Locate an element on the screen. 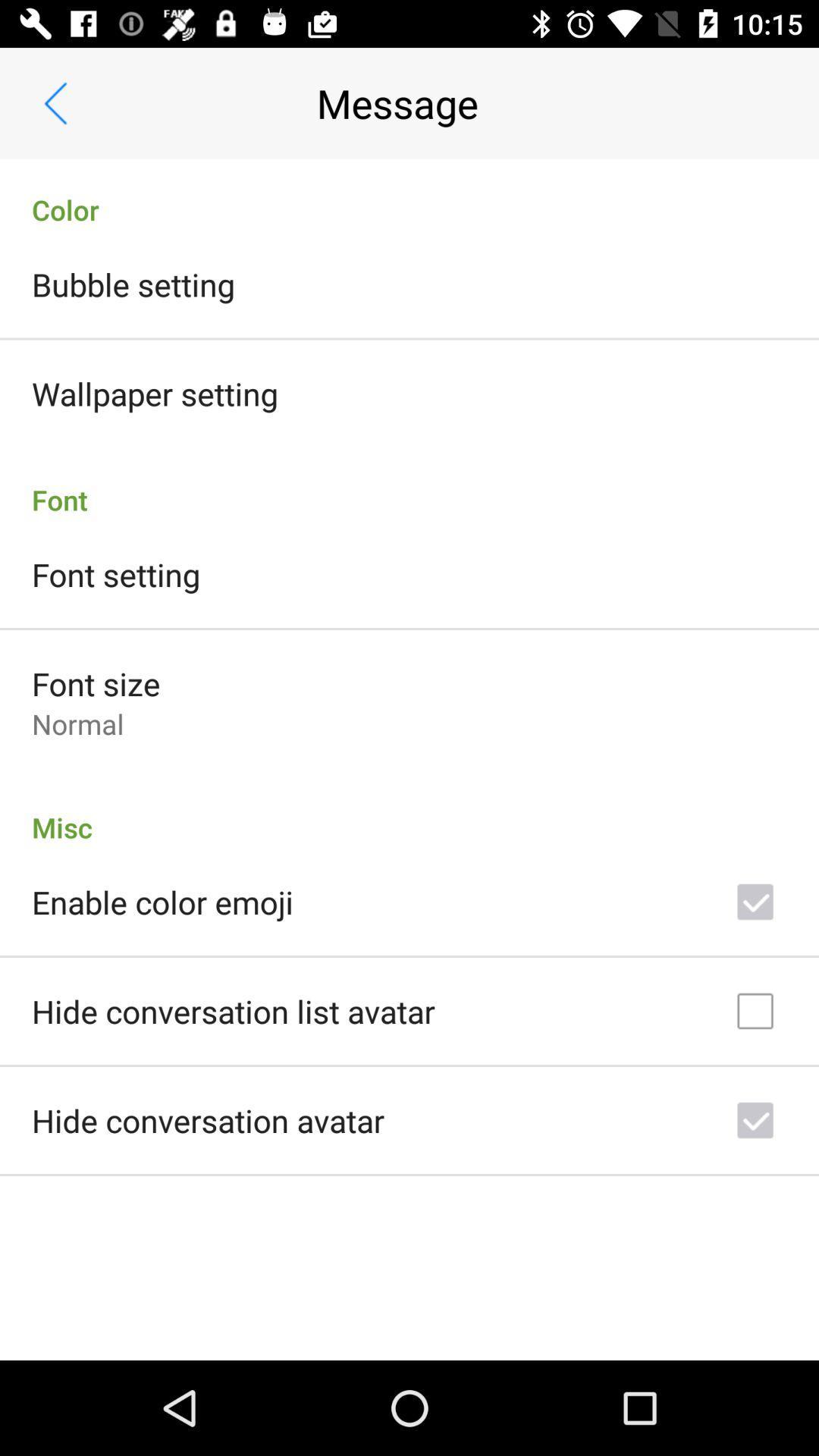  enable color emoji icon is located at coordinates (162, 902).